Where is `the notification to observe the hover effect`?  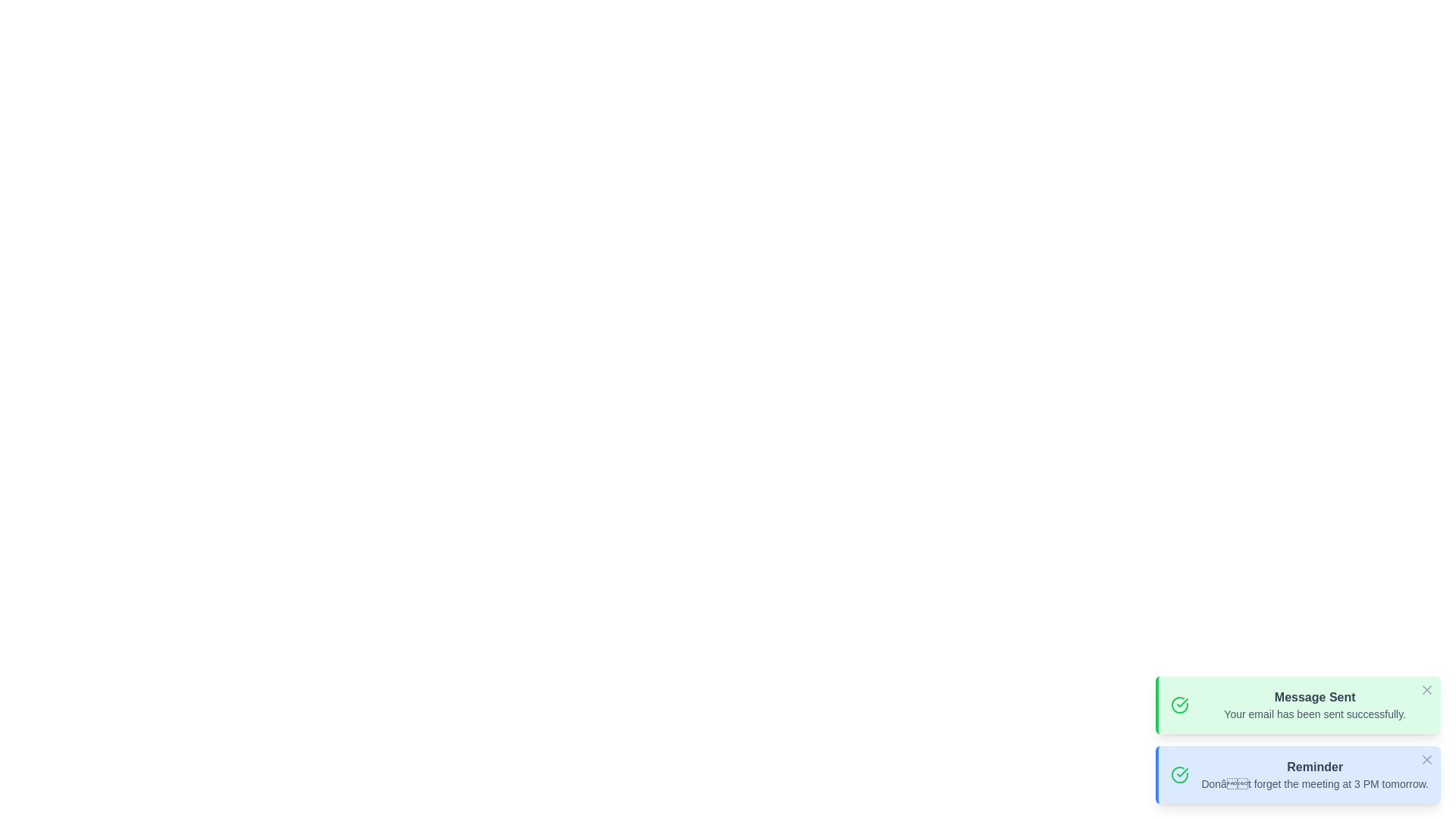 the notification to observe the hover effect is located at coordinates (1298, 704).